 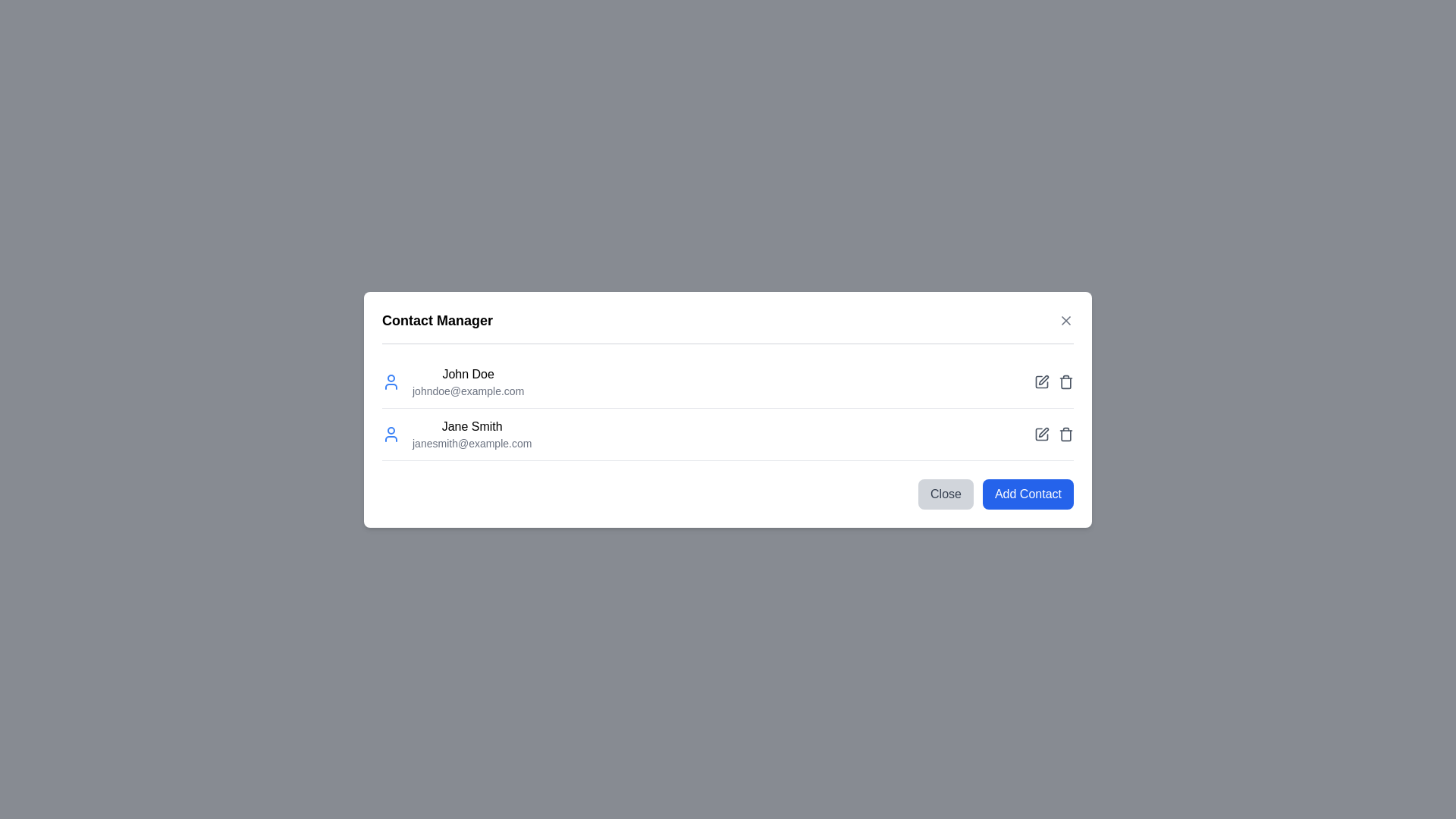 What do you see at coordinates (1040, 381) in the screenshot?
I see `the edit icon button located in the upper-right corner of the second contact row` at bounding box center [1040, 381].